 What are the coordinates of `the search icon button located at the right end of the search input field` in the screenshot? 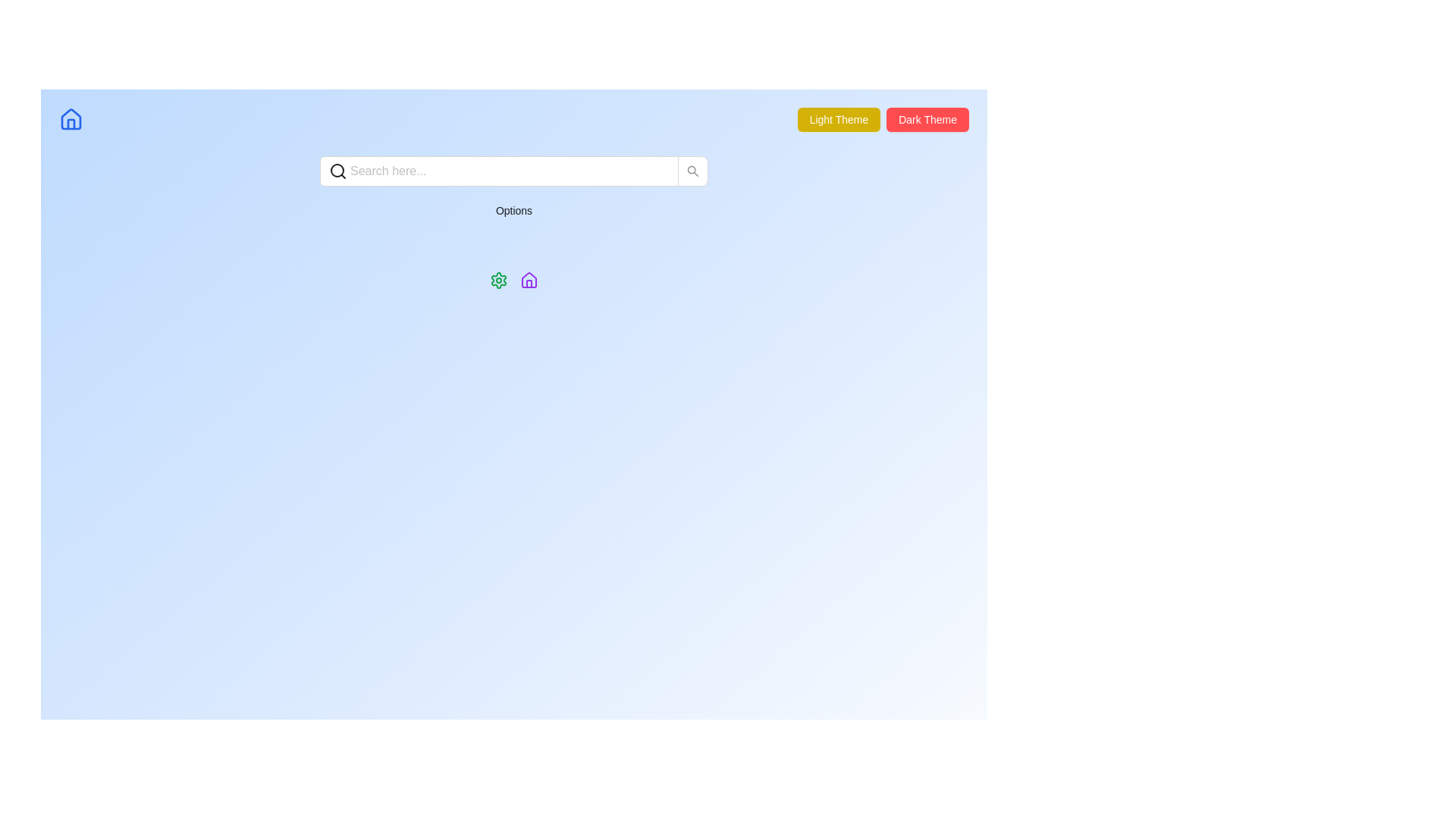 It's located at (692, 170).